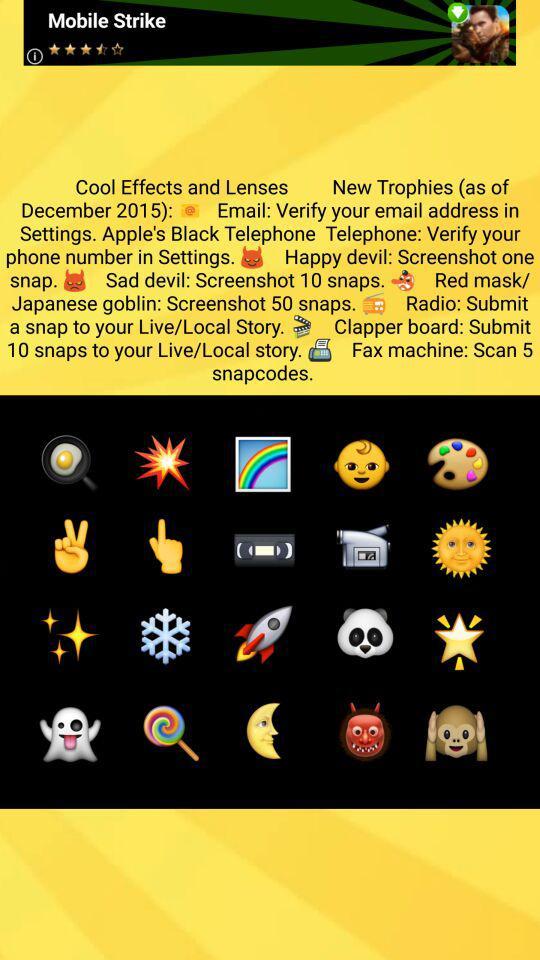 This screenshot has height=960, width=540. I want to click on header, so click(269, 31).